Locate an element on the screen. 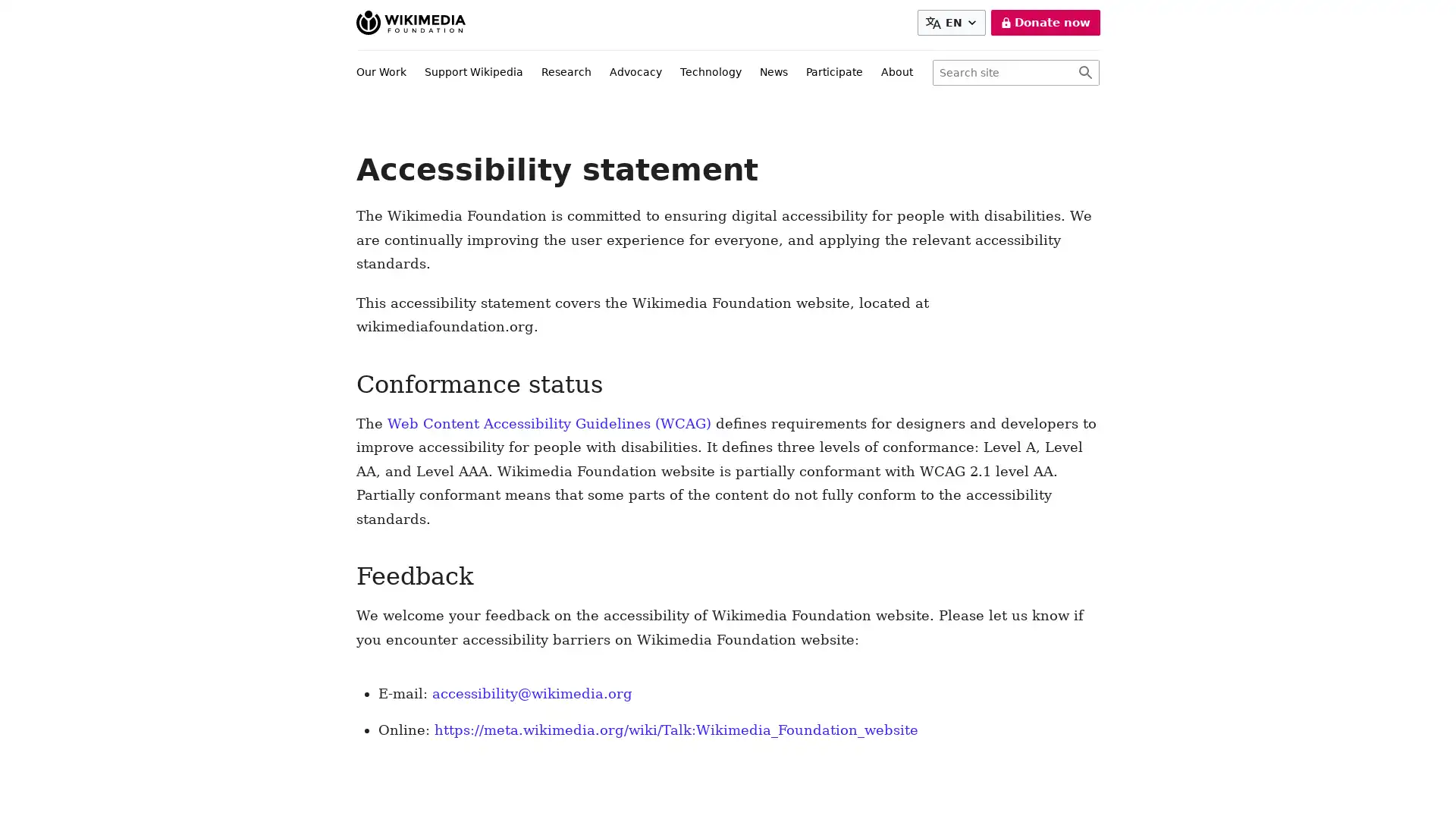 The width and height of the screenshot is (1456, 819). Search is located at coordinates (1084, 73).